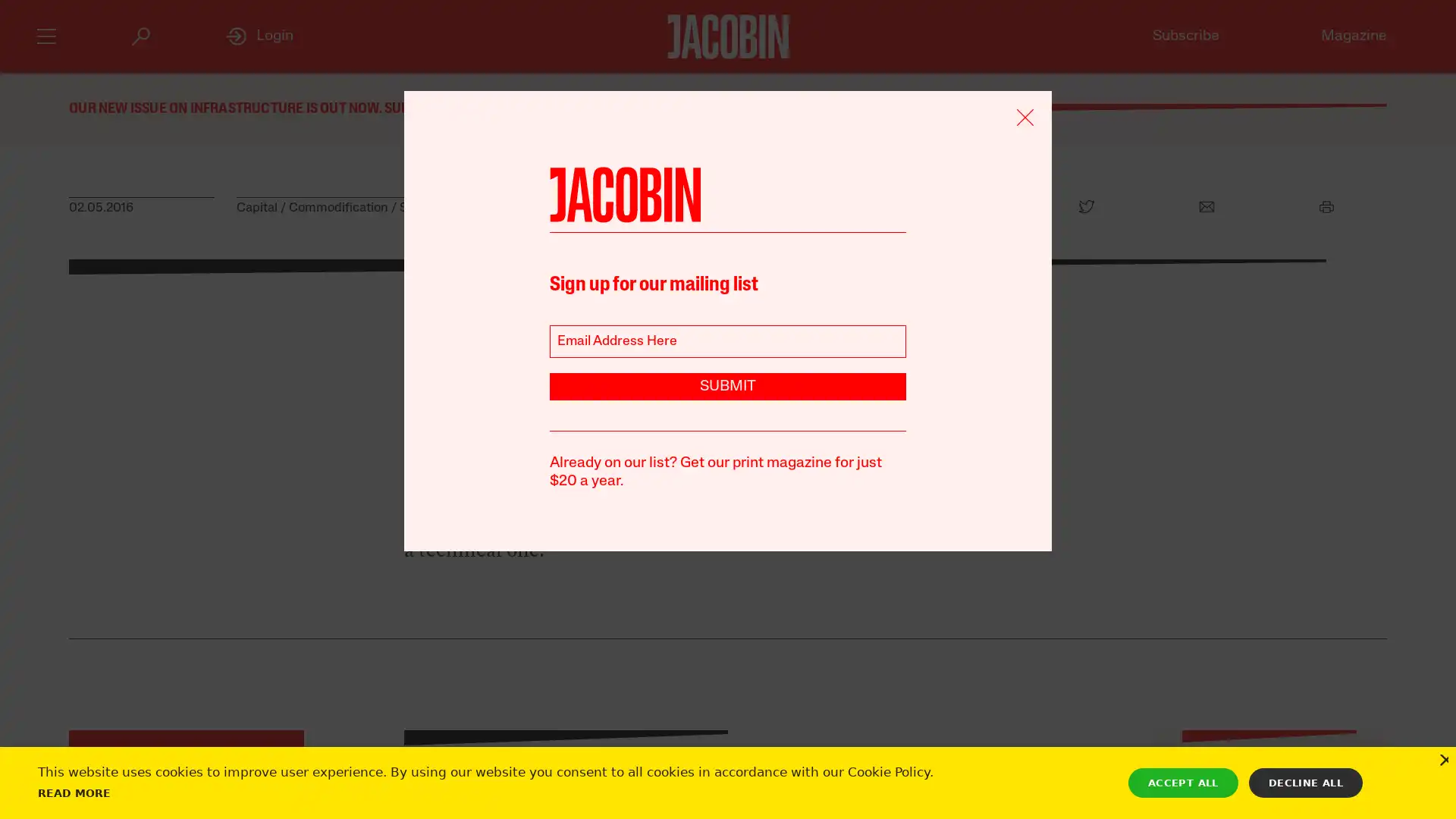 This screenshot has height=819, width=1456. What do you see at coordinates (1326, 206) in the screenshot?
I see `Print Icon` at bounding box center [1326, 206].